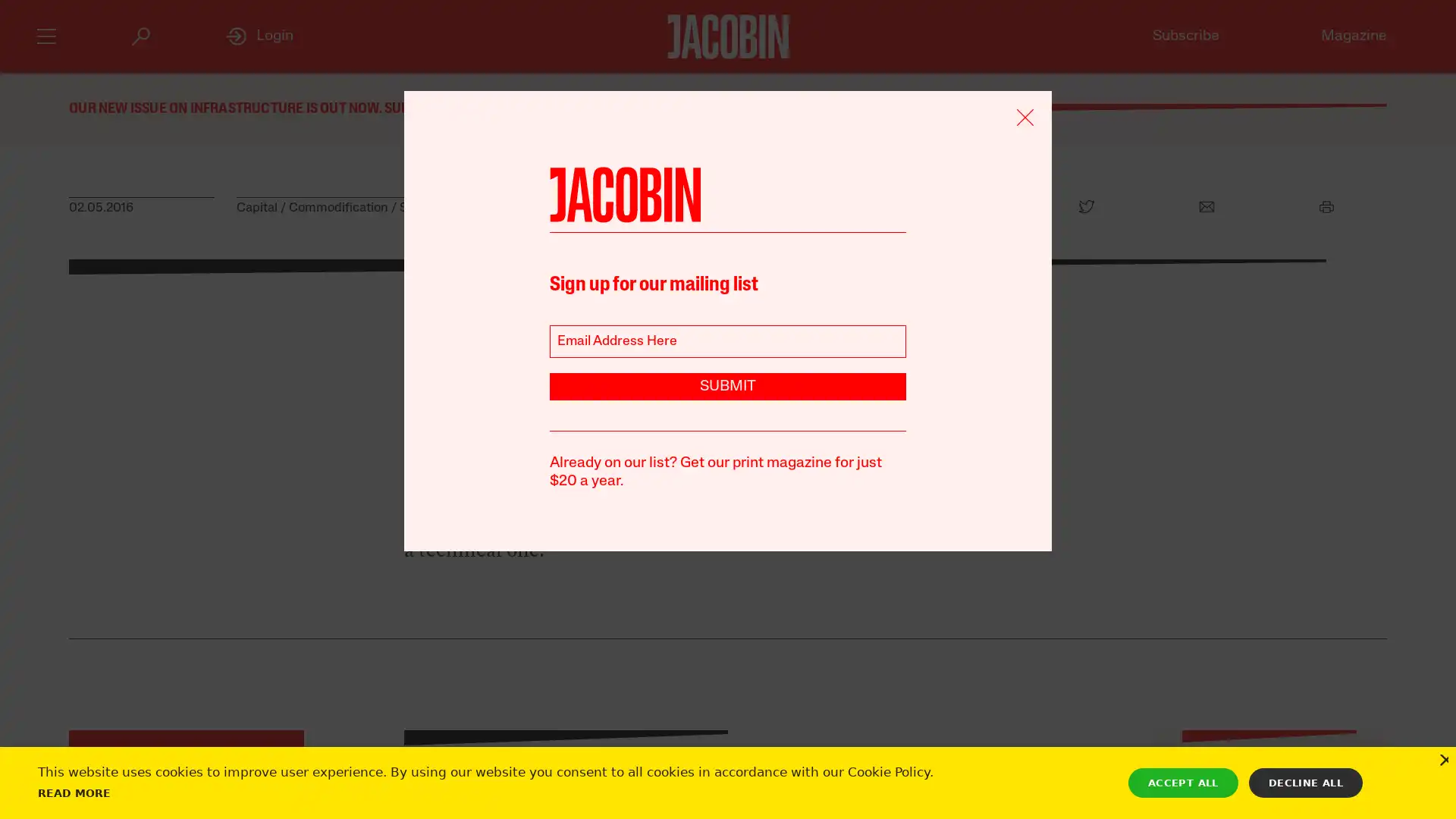 This screenshot has height=819, width=1456. What do you see at coordinates (1326, 206) in the screenshot?
I see `Print Icon` at bounding box center [1326, 206].